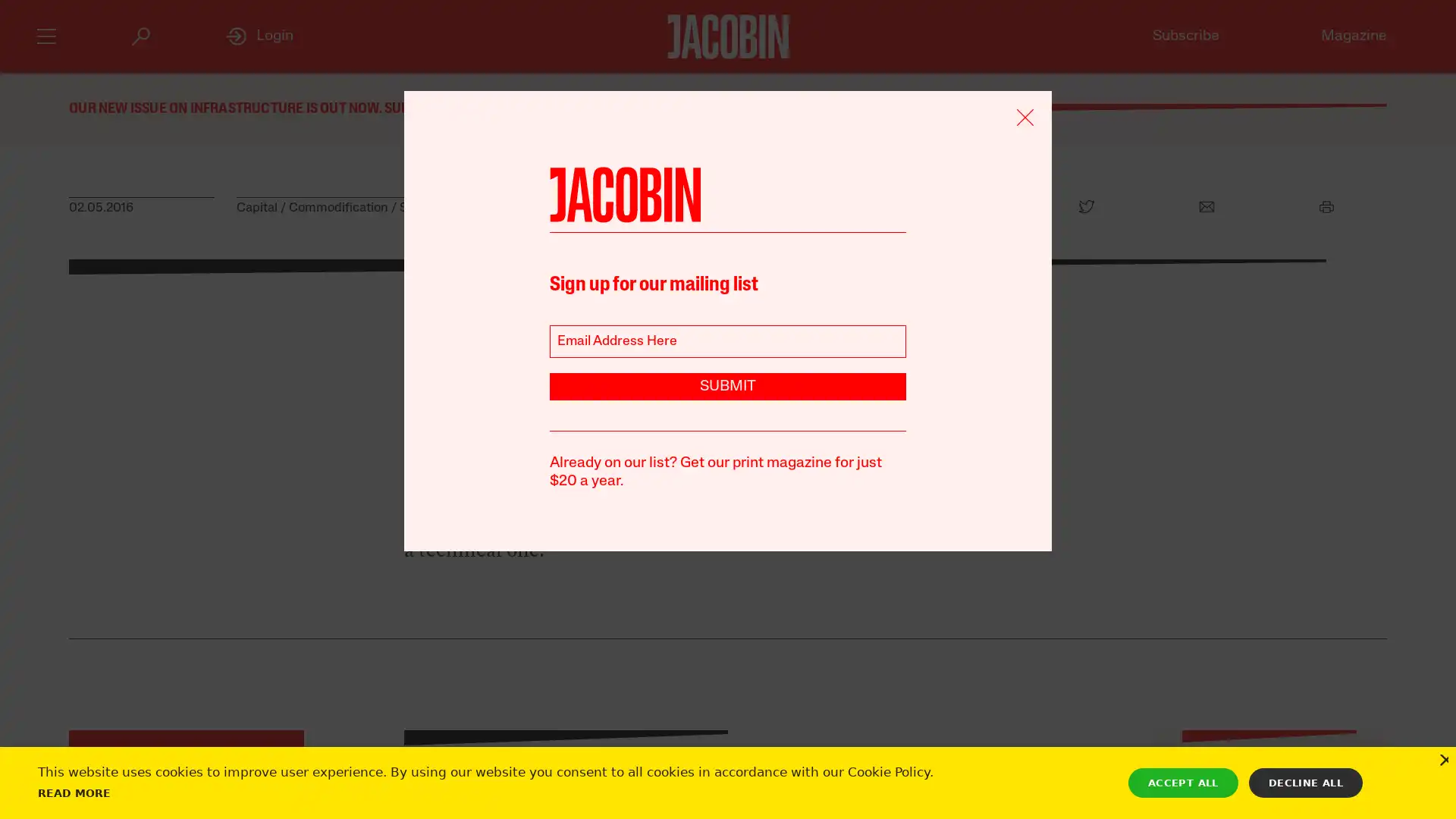 This screenshot has height=819, width=1456. What do you see at coordinates (1326, 206) in the screenshot?
I see `Print Icon` at bounding box center [1326, 206].